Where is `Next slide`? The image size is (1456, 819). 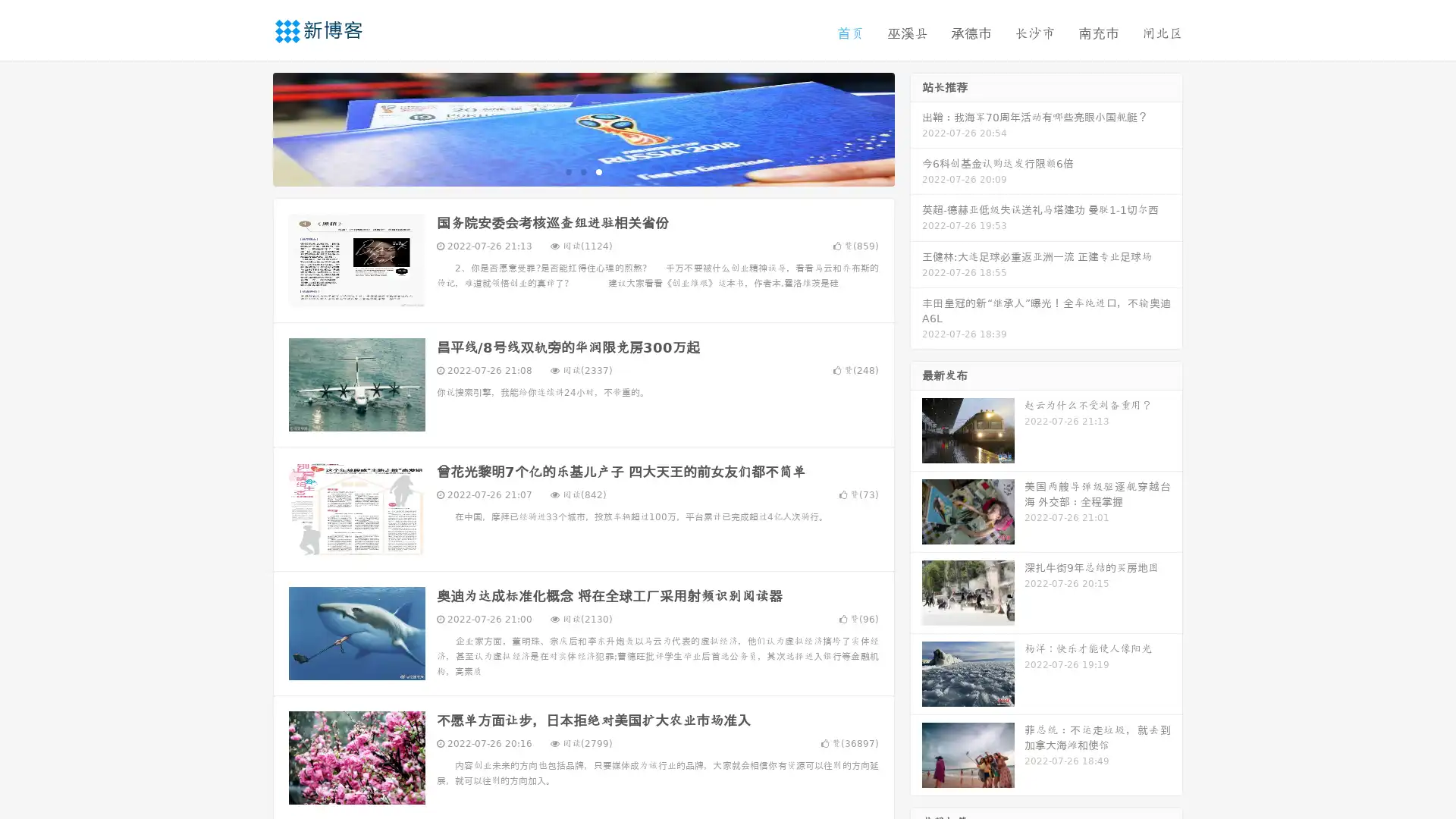
Next slide is located at coordinates (916, 127).